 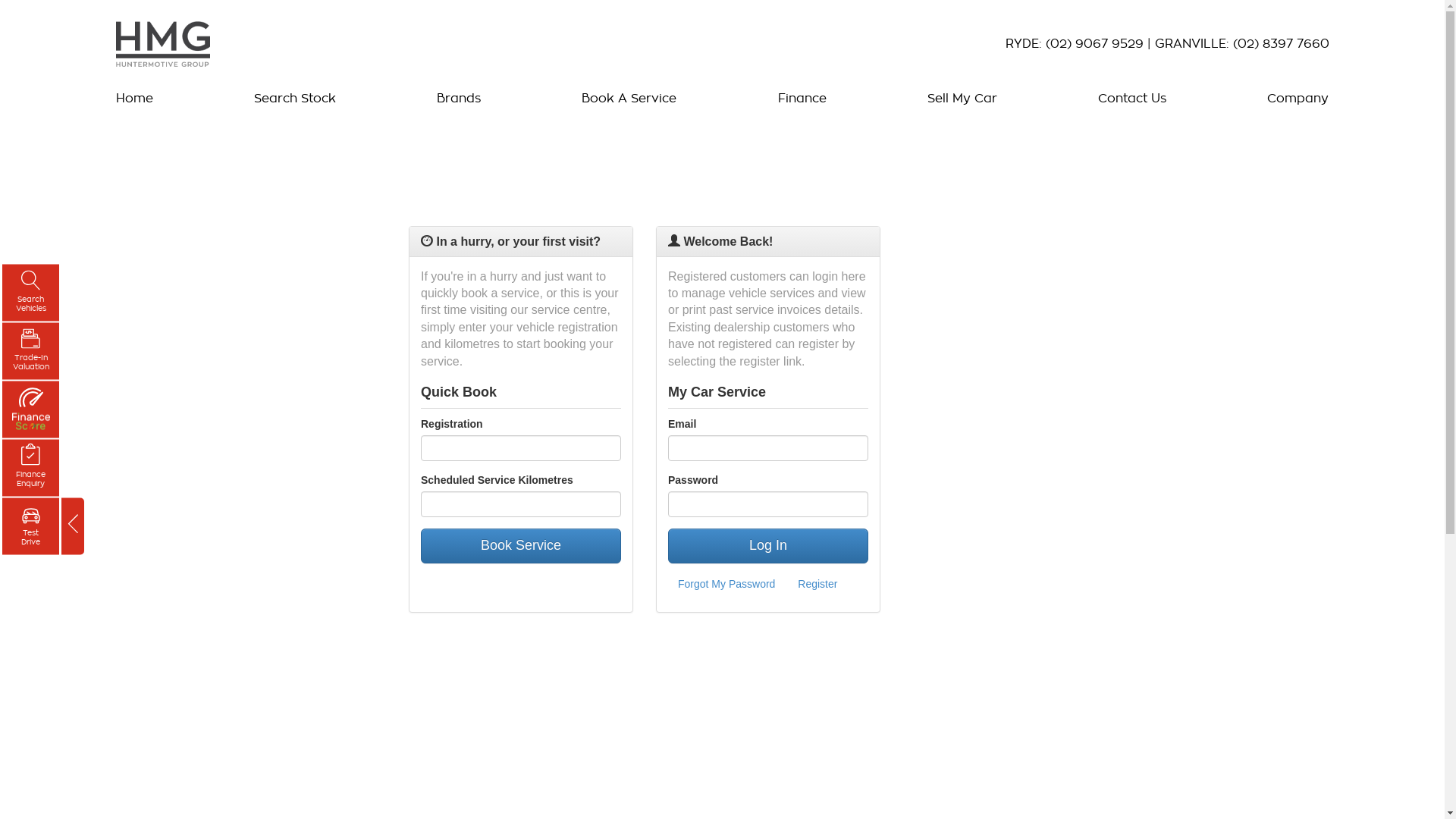 What do you see at coordinates (137, 99) in the screenshot?
I see `'Home'` at bounding box center [137, 99].